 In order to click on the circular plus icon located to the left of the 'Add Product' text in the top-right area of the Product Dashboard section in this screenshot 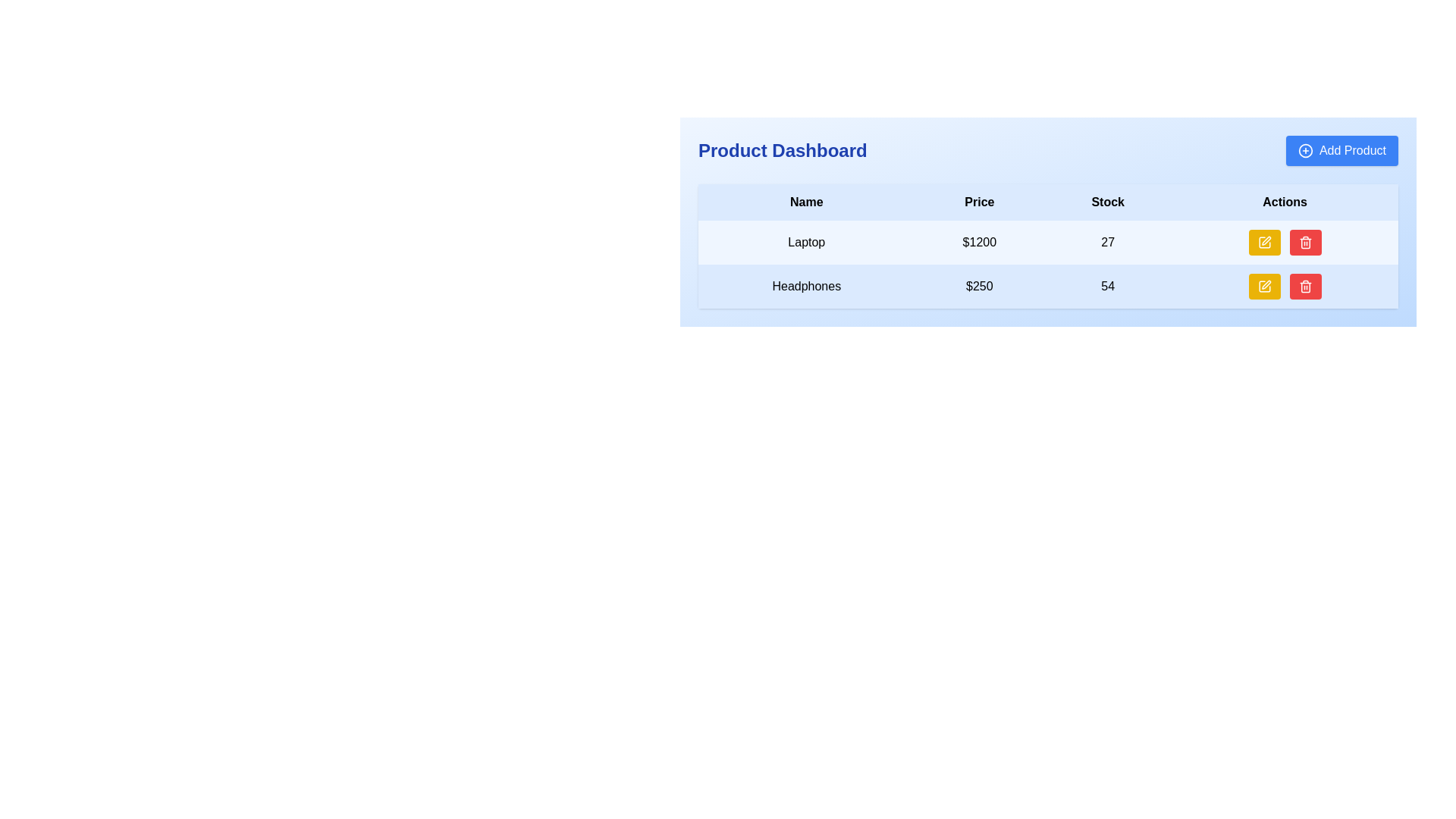, I will do `click(1304, 151)`.